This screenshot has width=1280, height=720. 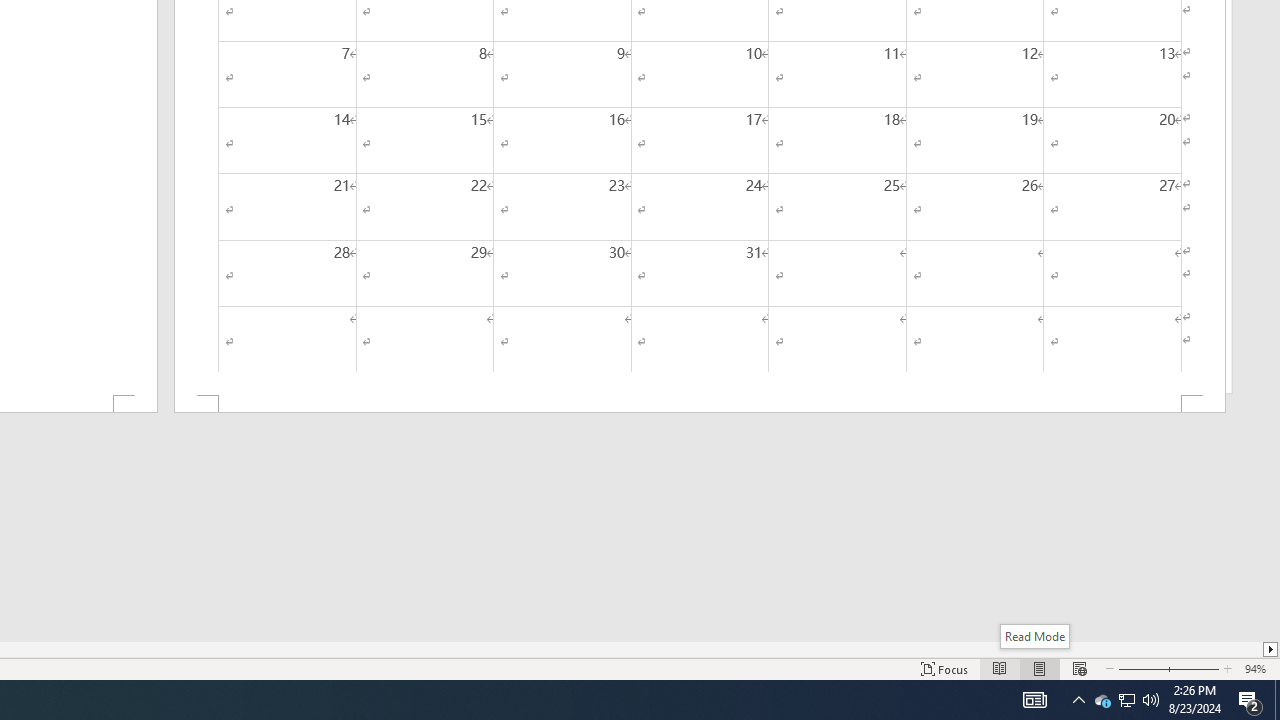 I want to click on 'Column right', so click(x=1270, y=649).